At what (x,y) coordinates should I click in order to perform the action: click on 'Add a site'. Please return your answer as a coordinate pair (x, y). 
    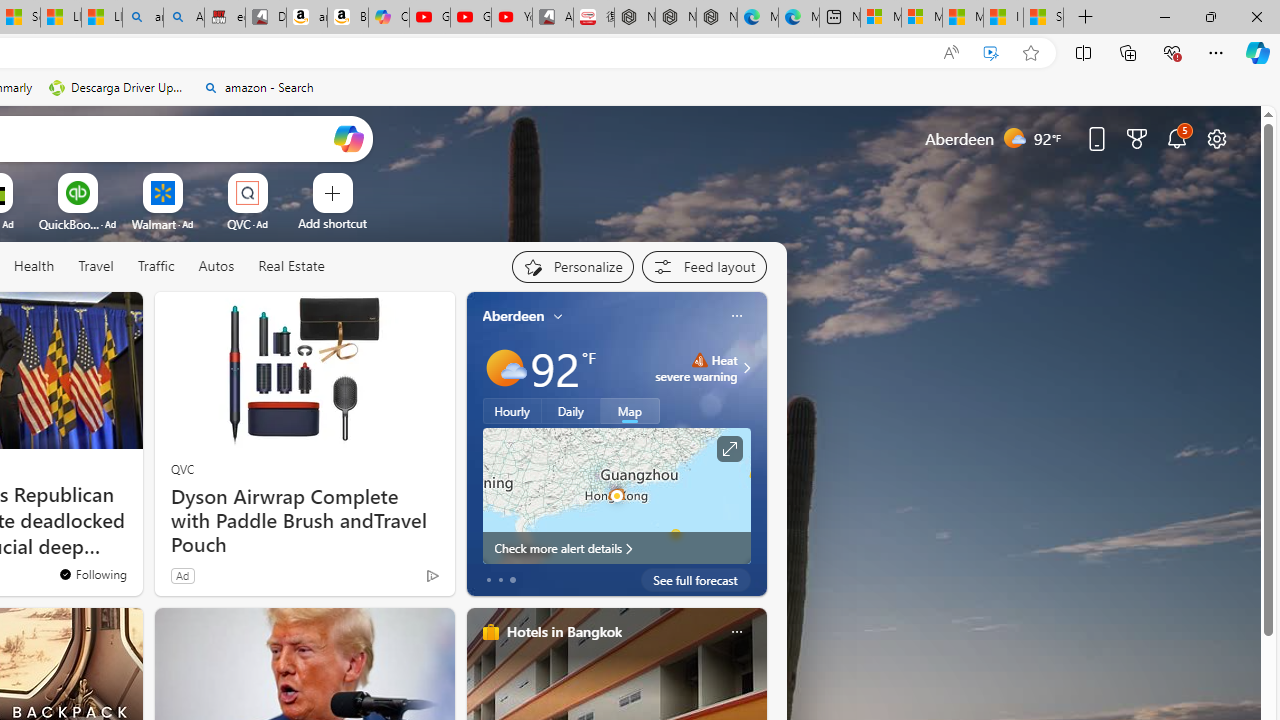
    Looking at the image, I should click on (332, 223).